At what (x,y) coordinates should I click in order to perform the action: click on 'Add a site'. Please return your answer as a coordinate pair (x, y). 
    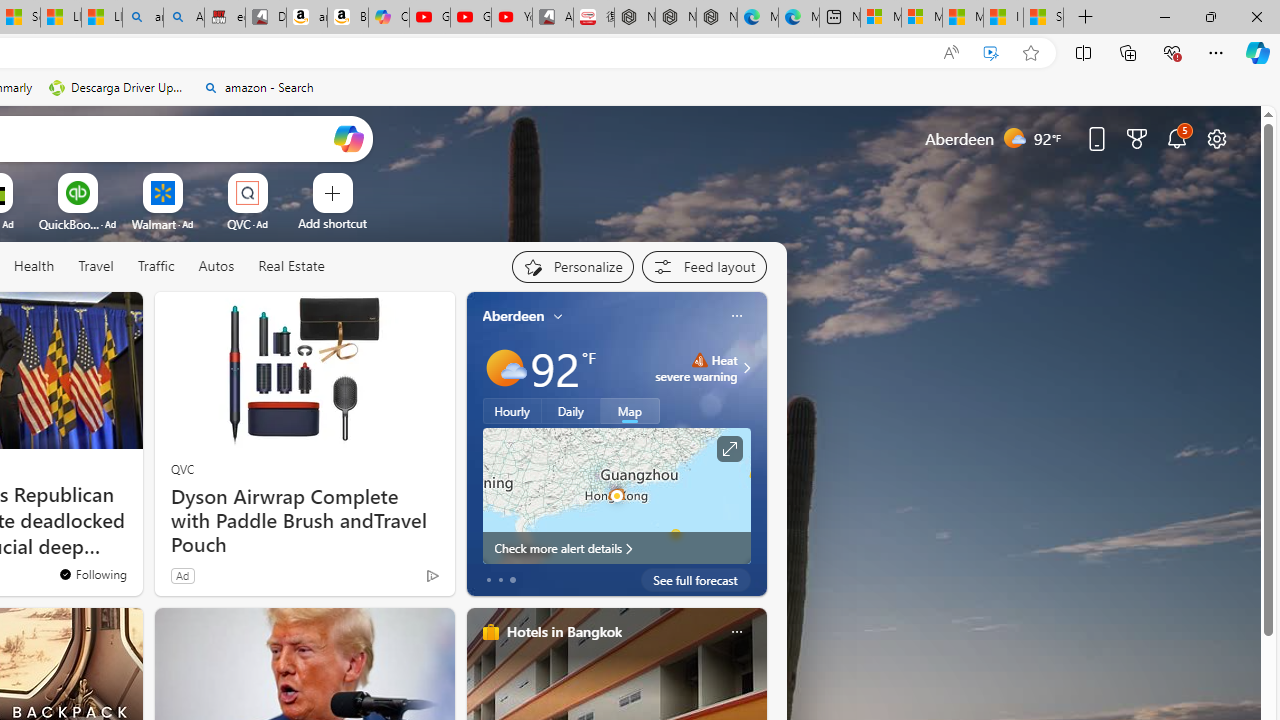
    Looking at the image, I should click on (332, 223).